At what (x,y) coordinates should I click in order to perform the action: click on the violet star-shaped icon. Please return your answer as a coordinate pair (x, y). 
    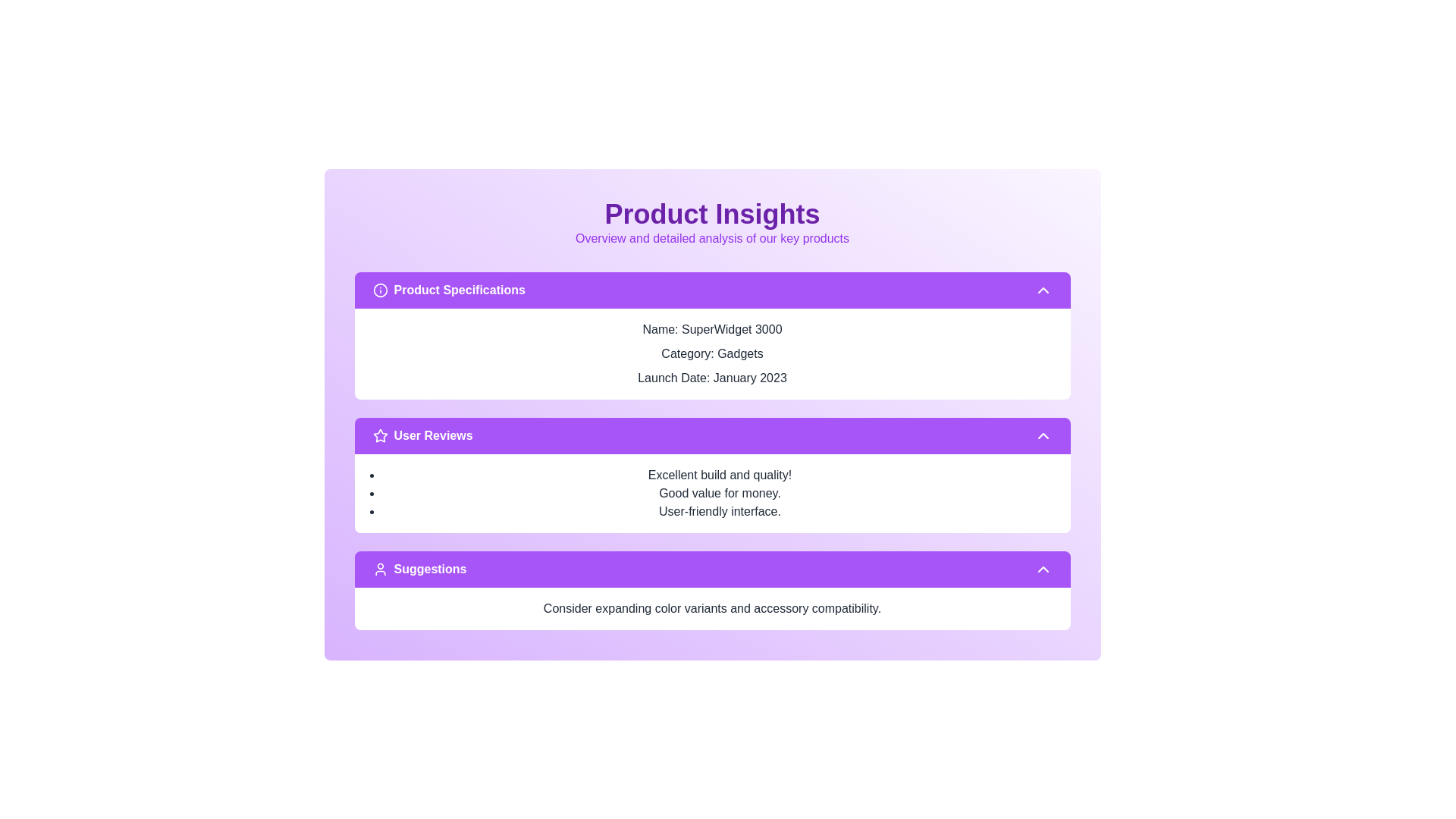
    Looking at the image, I should click on (380, 435).